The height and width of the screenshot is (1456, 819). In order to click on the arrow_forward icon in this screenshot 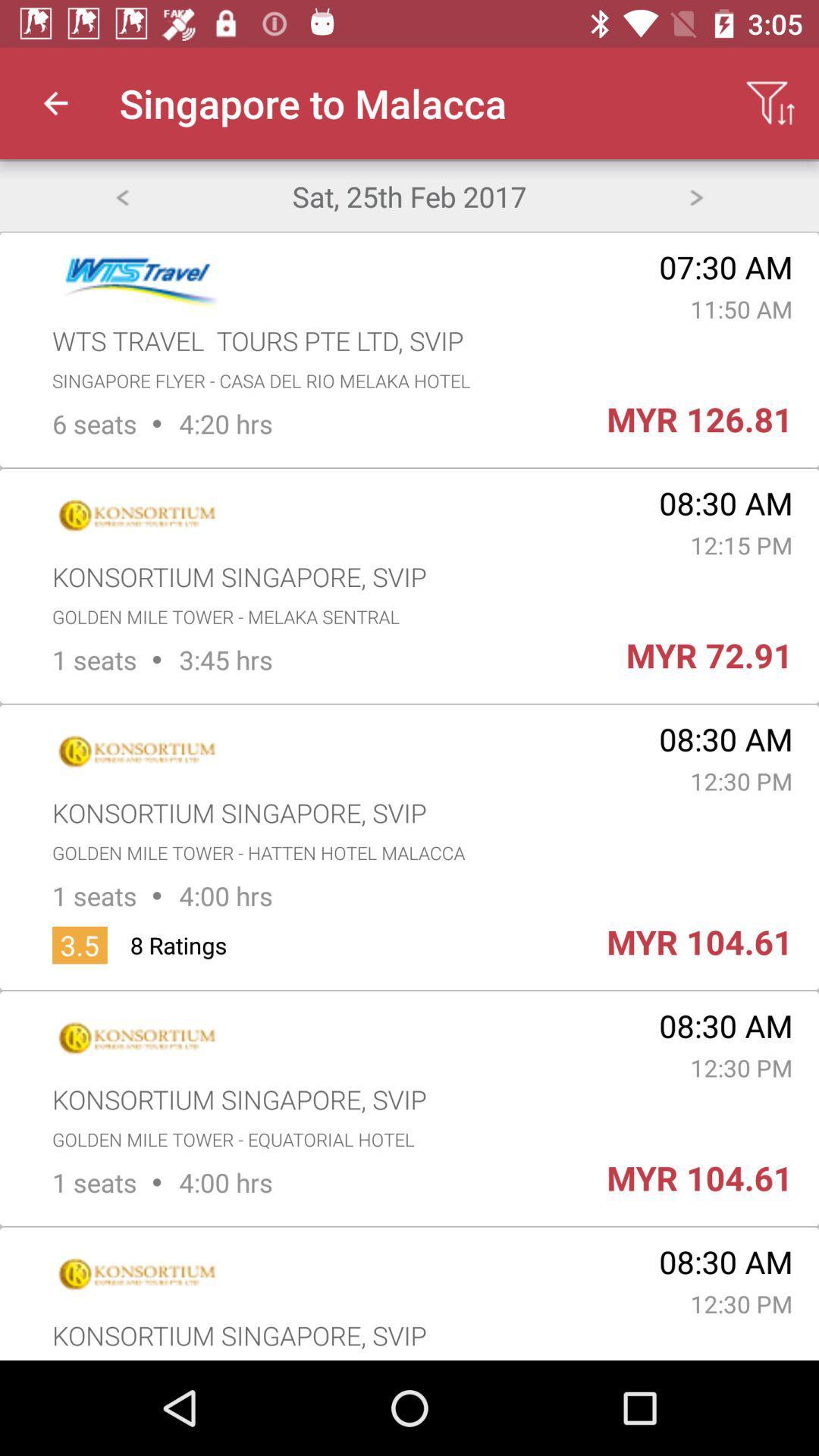, I will do `click(696, 195)`.